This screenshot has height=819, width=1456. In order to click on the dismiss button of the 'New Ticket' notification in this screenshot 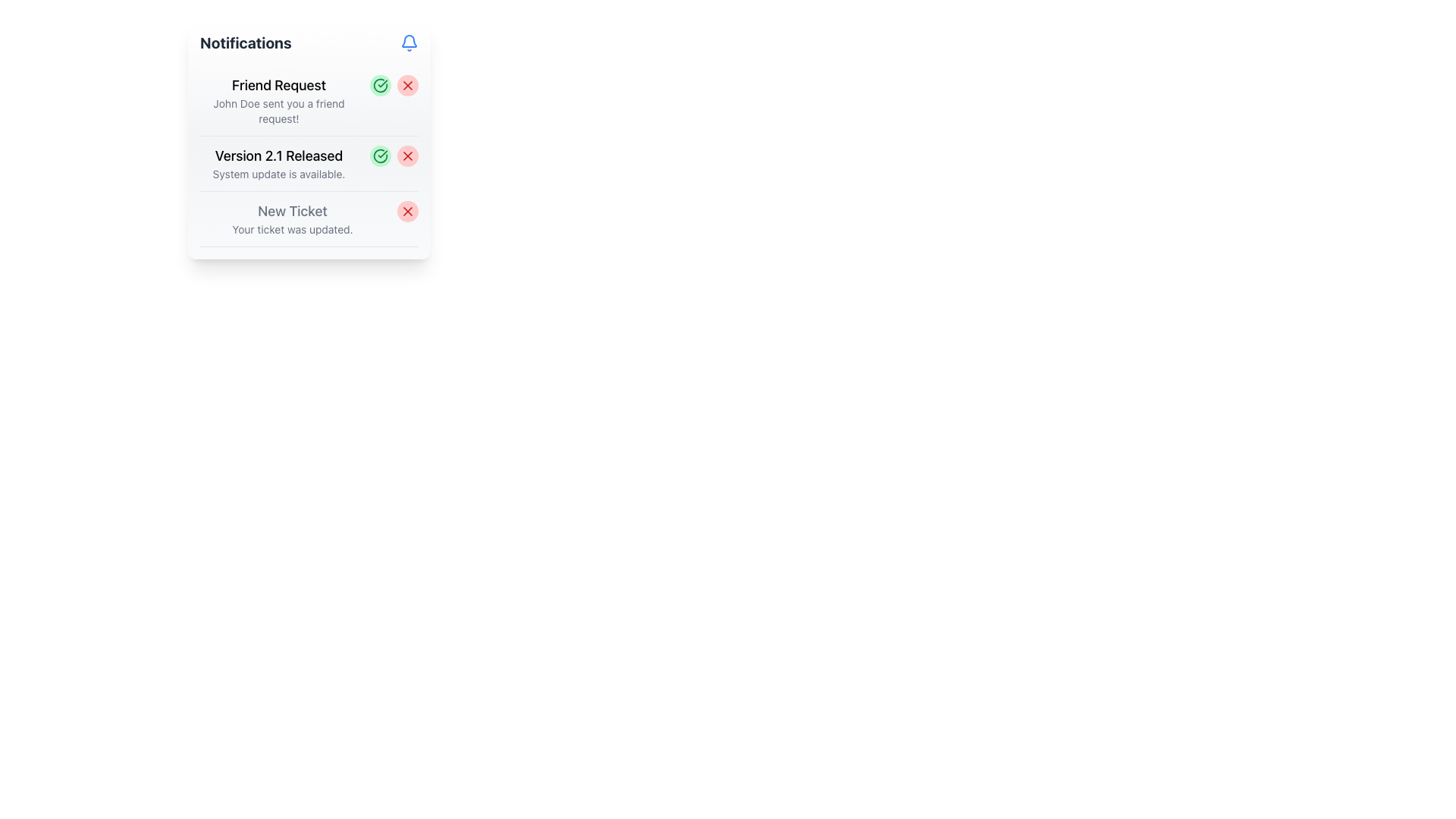, I will do `click(407, 211)`.